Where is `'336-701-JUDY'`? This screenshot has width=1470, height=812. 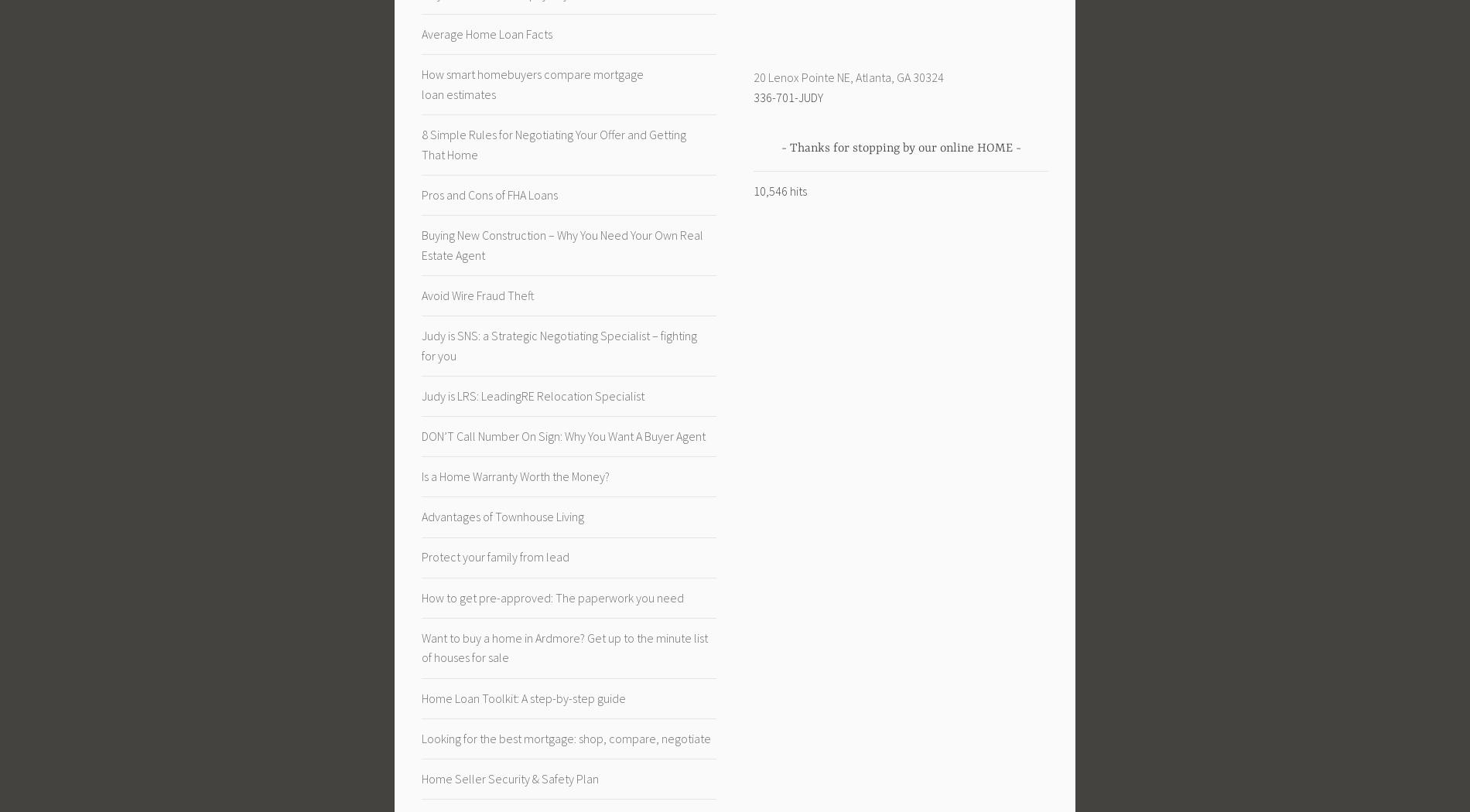
'336-701-JUDY' is located at coordinates (753, 95).